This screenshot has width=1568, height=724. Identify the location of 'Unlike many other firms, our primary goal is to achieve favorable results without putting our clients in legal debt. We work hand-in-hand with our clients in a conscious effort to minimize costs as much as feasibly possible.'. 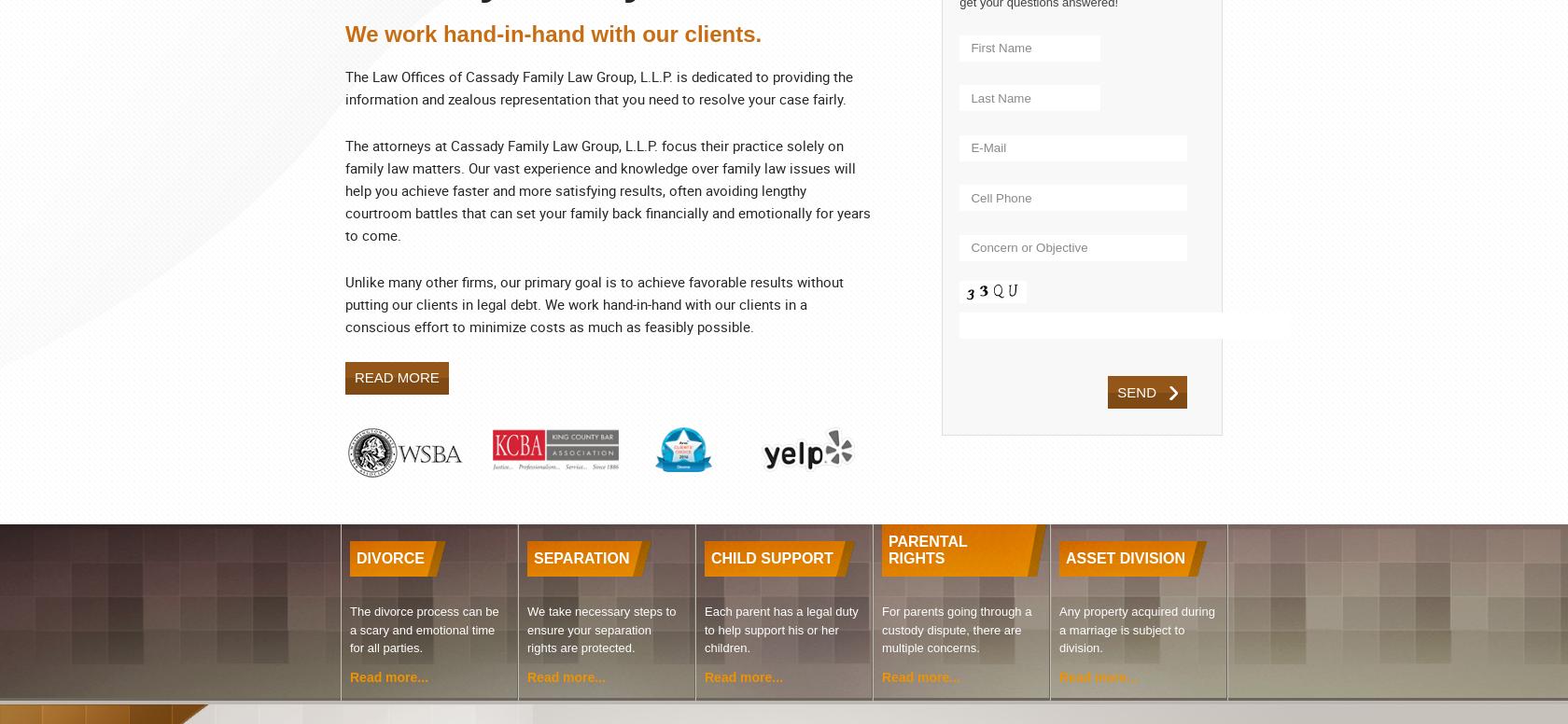
(595, 303).